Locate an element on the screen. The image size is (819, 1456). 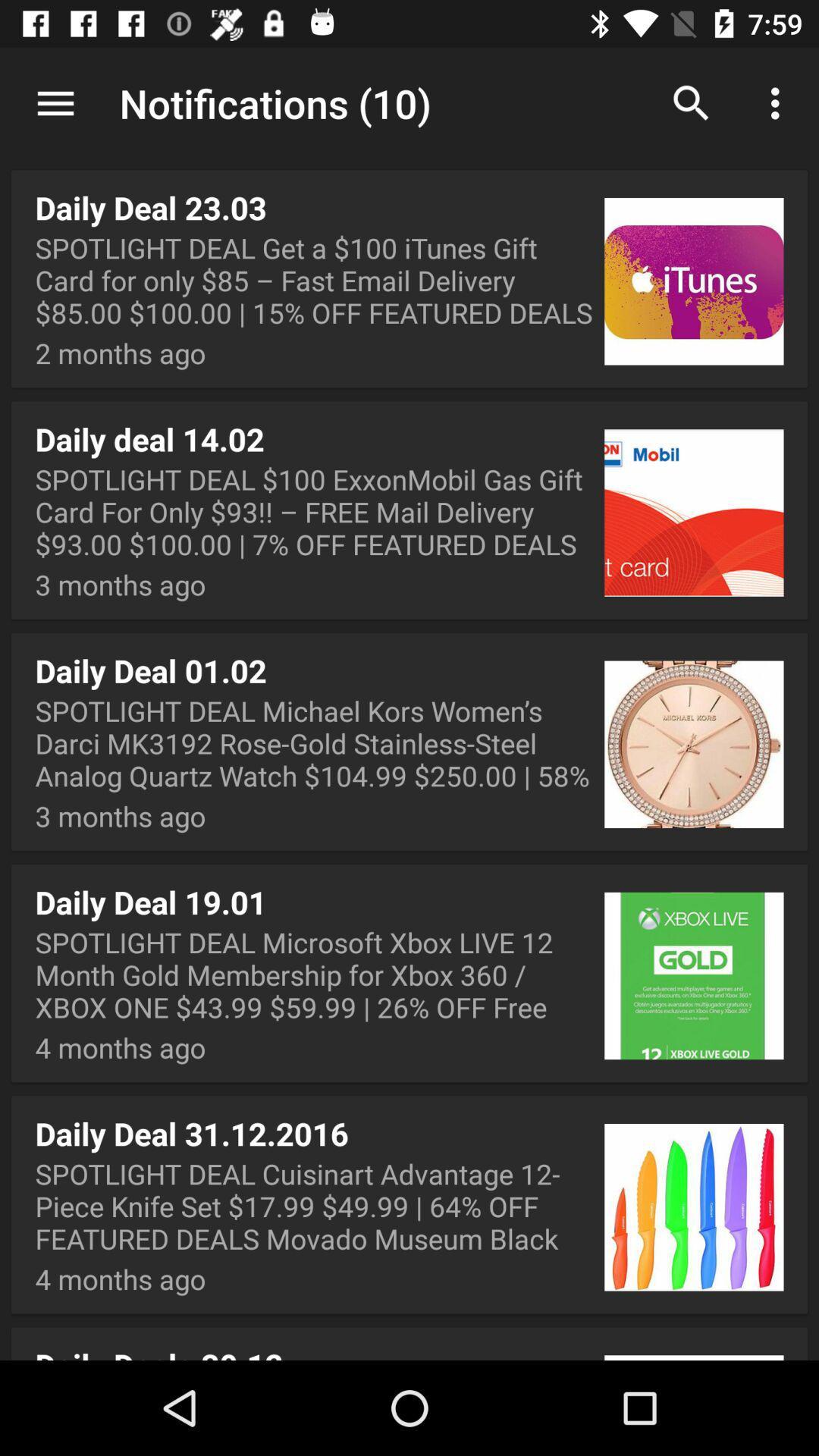
item to the right of notifications (10) app is located at coordinates (691, 102).